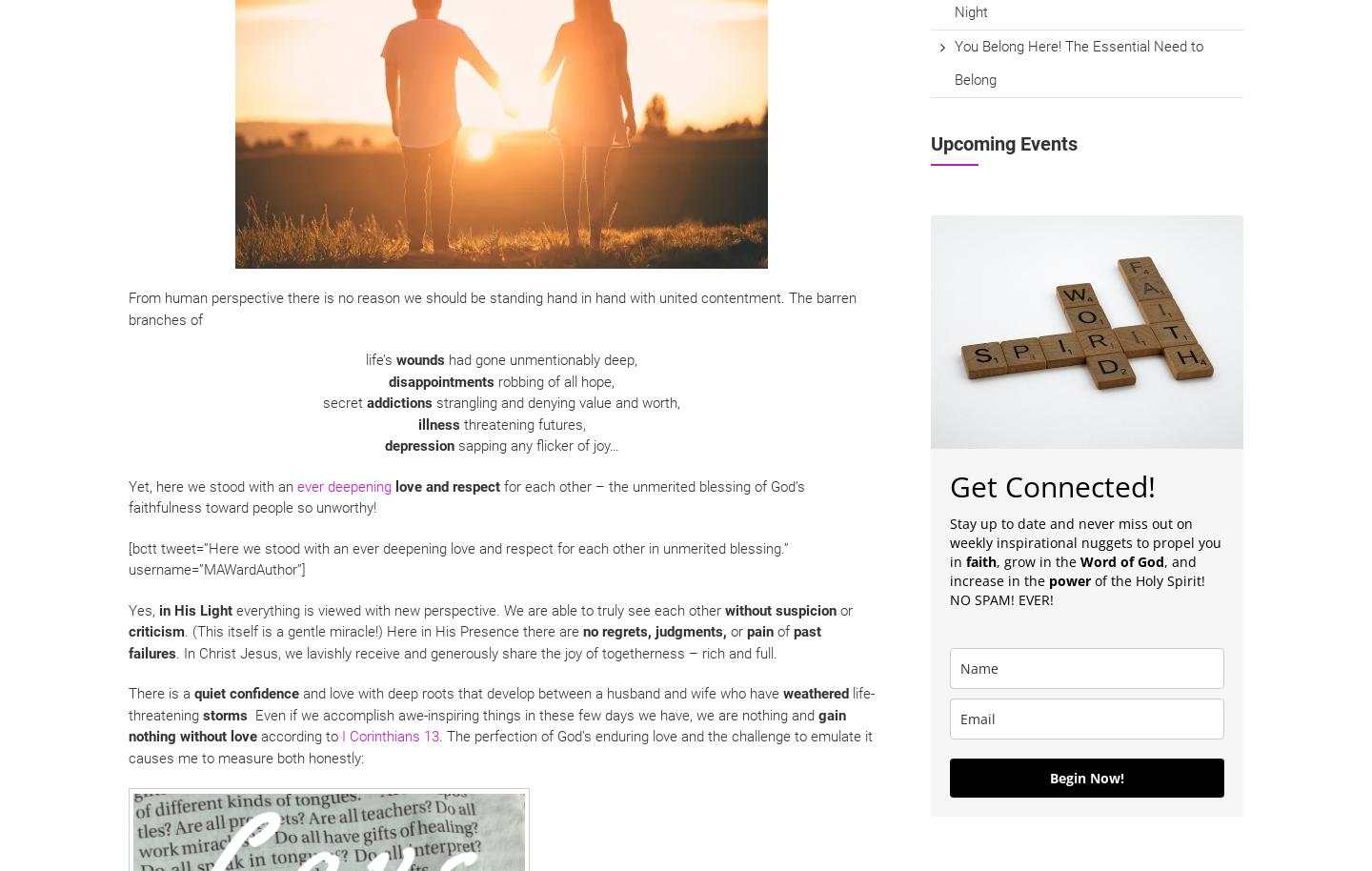 The height and width of the screenshot is (871, 1372). I want to click on 'power', so click(1070, 579).